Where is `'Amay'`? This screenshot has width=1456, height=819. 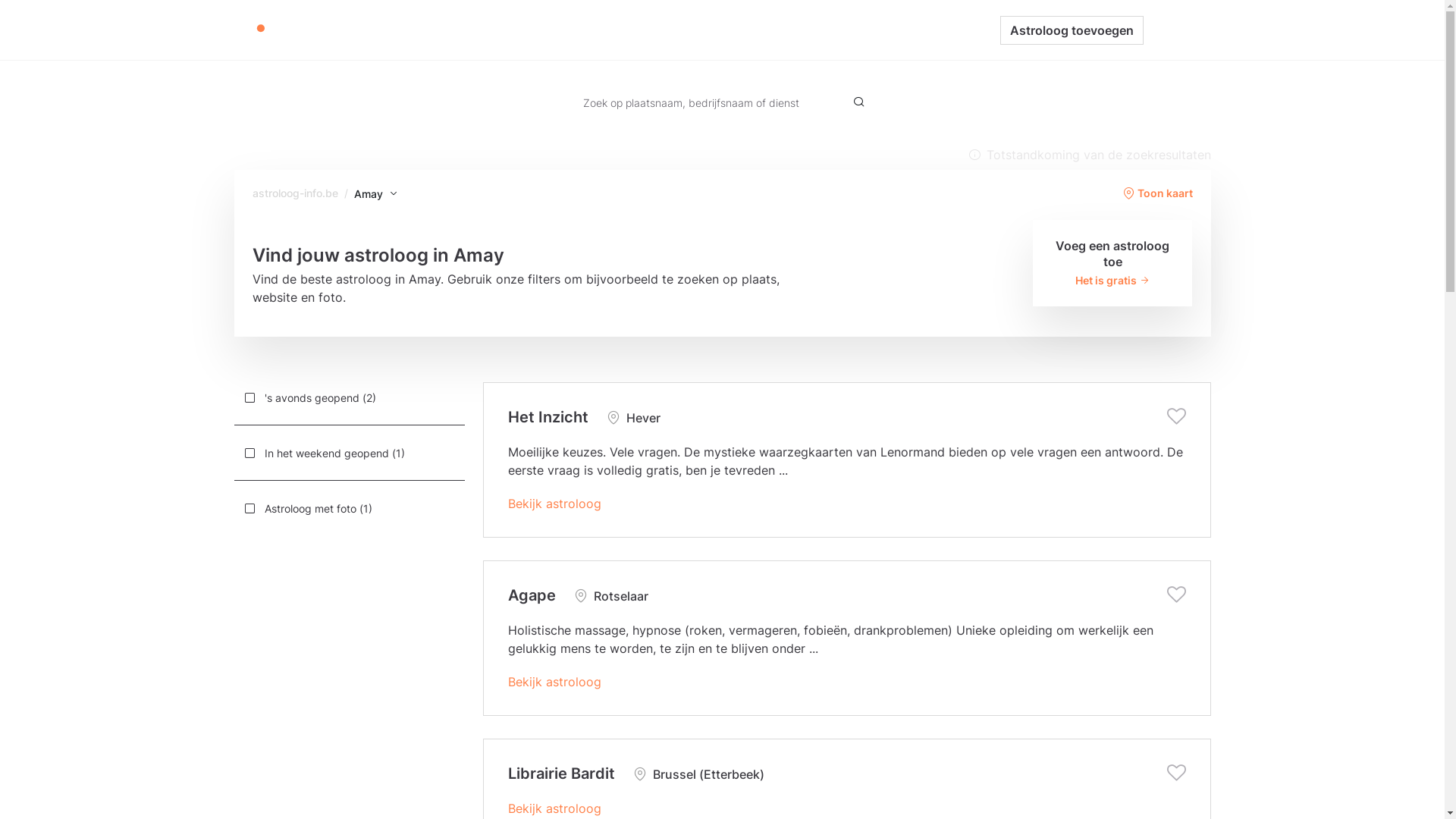 'Amay' is located at coordinates (375, 193).